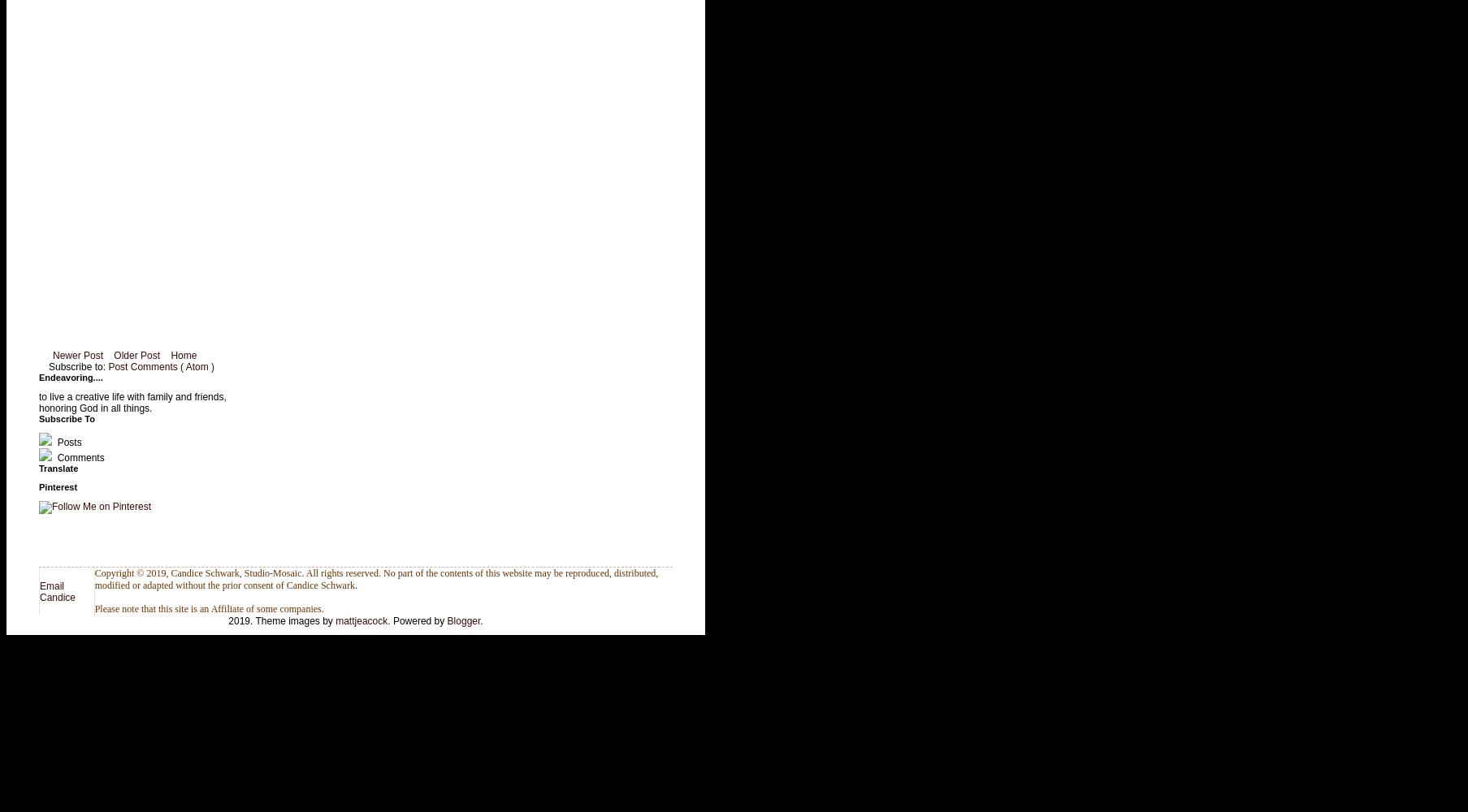  Describe the element at coordinates (54, 443) in the screenshot. I see `'Posts'` at that location.